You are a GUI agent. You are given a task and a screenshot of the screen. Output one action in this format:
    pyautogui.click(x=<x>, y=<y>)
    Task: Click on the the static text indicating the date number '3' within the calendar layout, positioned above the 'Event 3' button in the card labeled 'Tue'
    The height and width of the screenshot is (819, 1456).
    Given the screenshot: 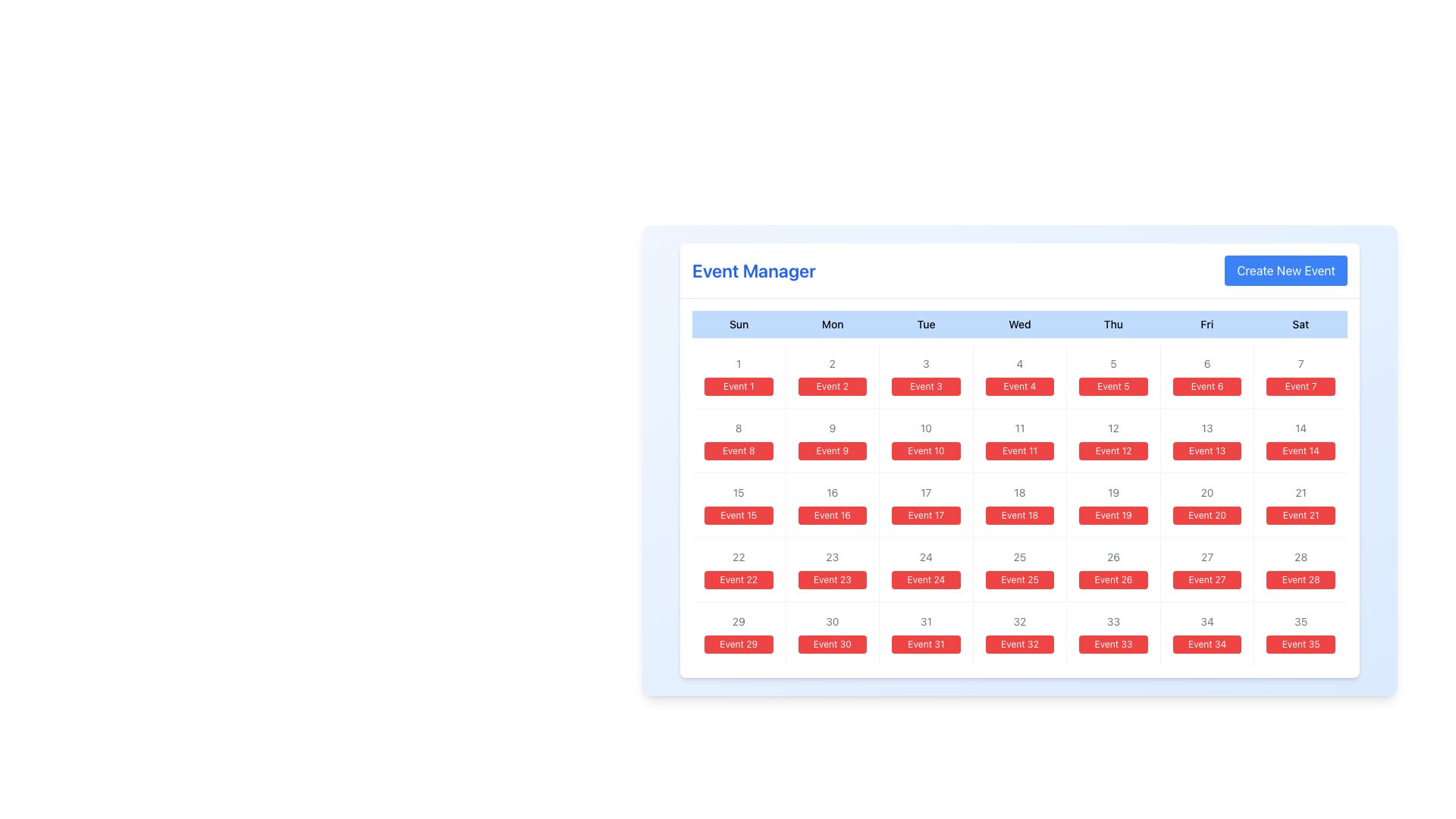 What is the action you would take?
    pyautogui.click(x=925, y=363)
    